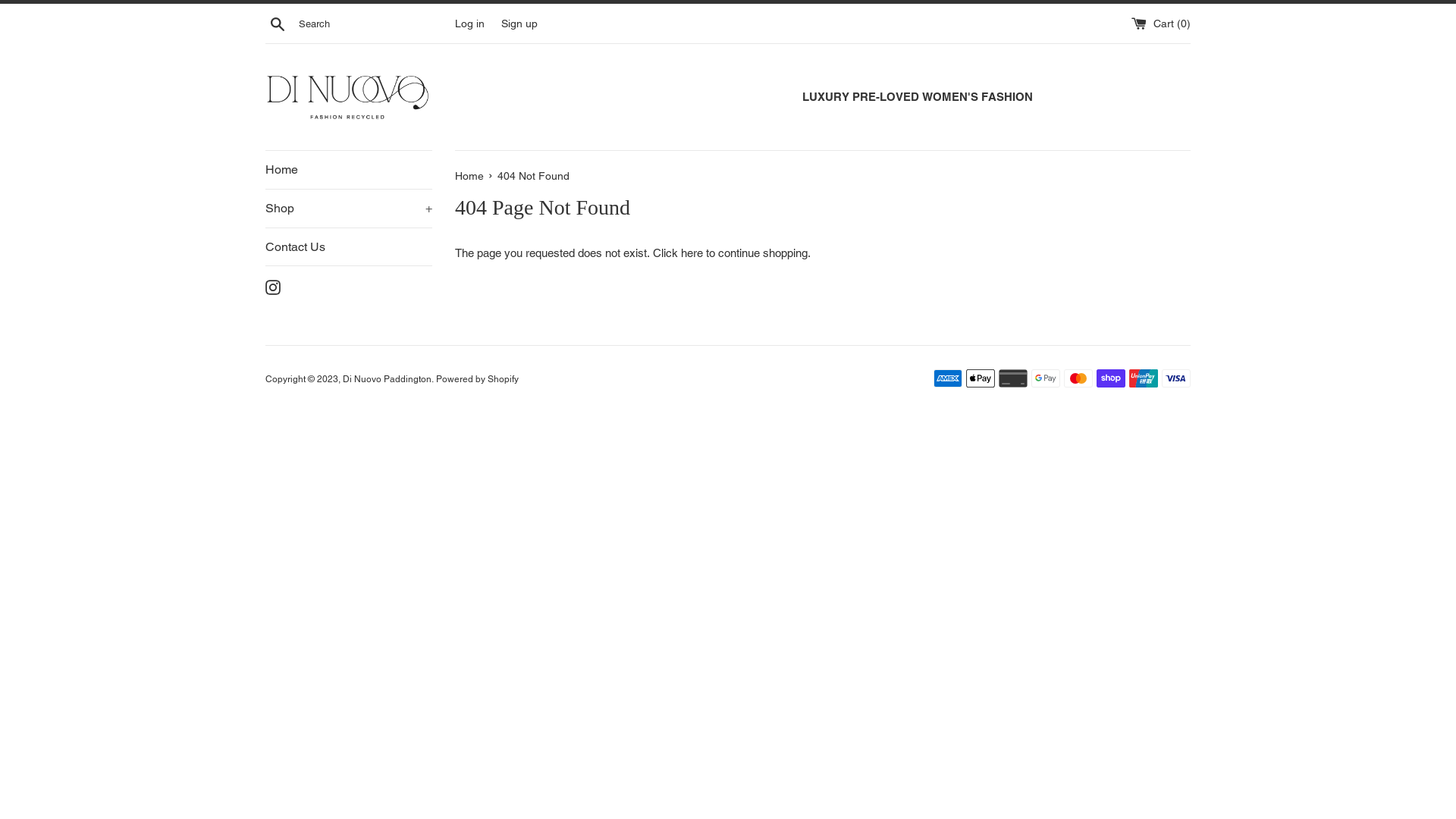 Image resolution: width=1456 pixels, height=819 pixels. Describe the element at coordinates (265, 246) in the screenshot. I see `'Contact Us'` at that location.